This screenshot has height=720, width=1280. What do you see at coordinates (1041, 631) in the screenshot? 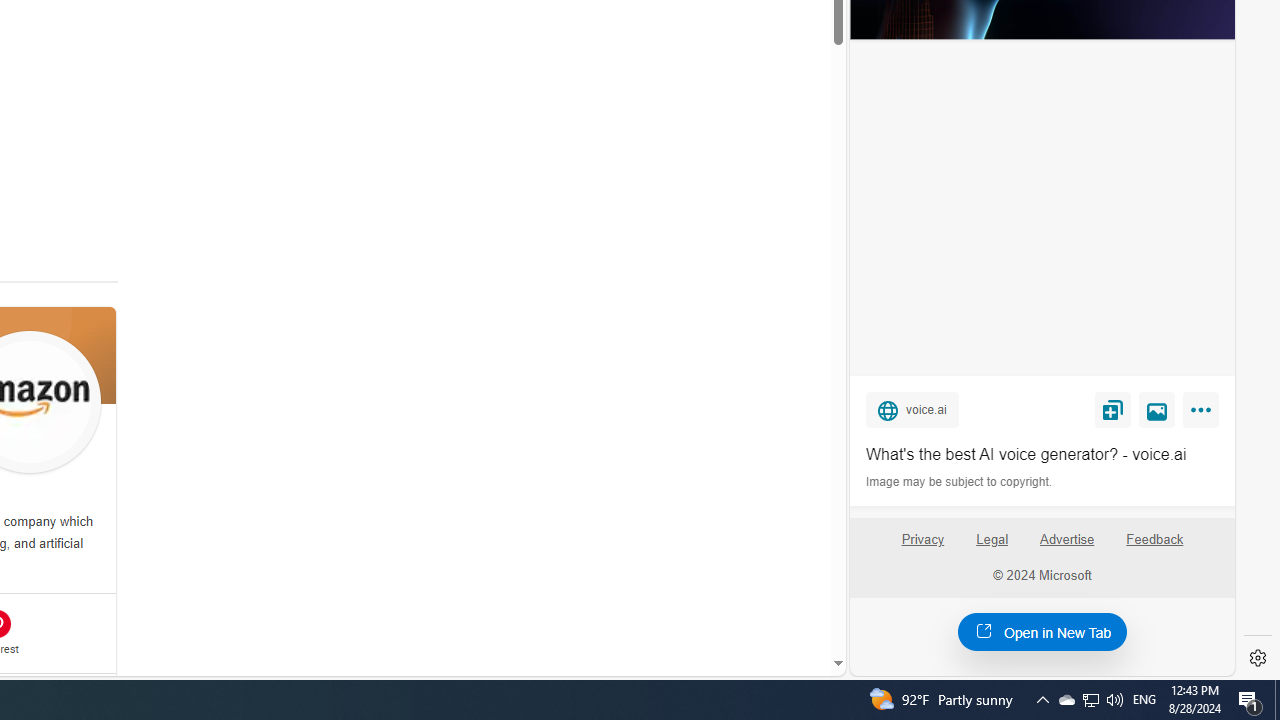
I see `'Open in New Tab'` at bounding box center [1041, 631].